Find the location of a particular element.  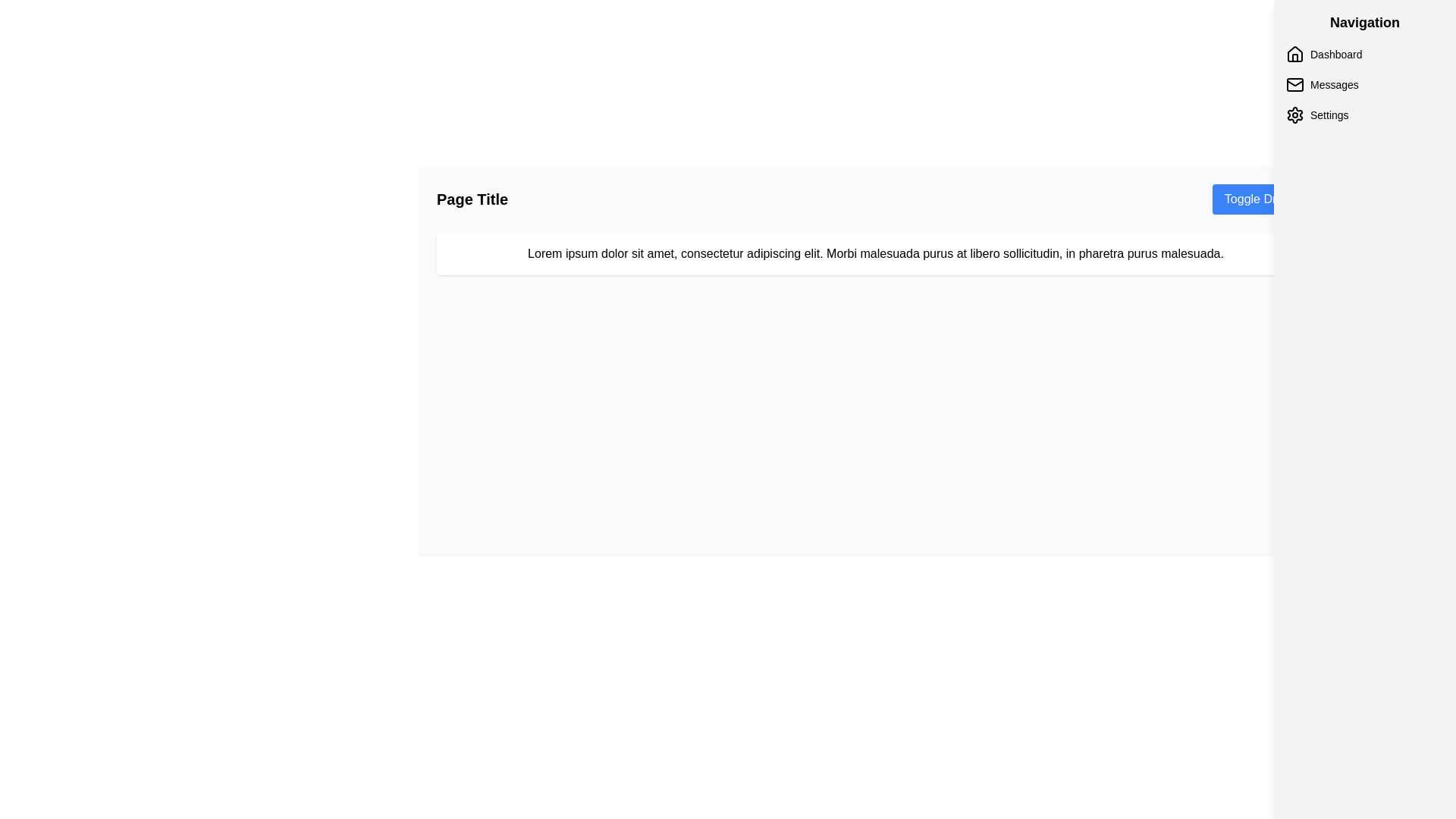

the 'Messages' text label in the navigation menu, which is styled with a small font size and medium weight, located on the right side of the interface as the second item in the list of navigation options is located at coordinates (1333, 84).